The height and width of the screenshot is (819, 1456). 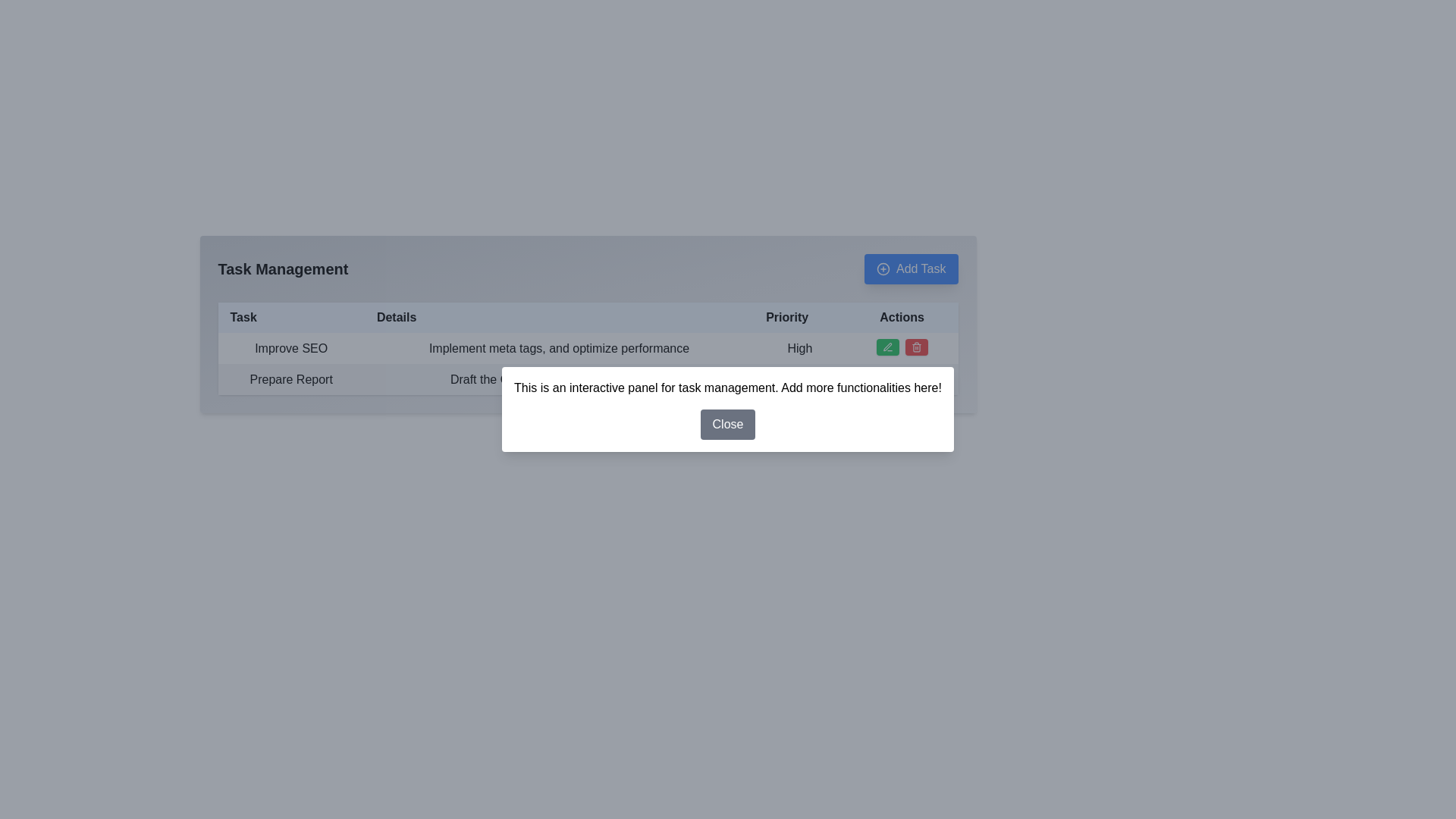 What do you see at coordinates (902, 317) in the screenshot?
I see `the text label displaying 'Actions' in bold font, located in the top bar of the table structure as the last column header` at bounding box center [902, 317].